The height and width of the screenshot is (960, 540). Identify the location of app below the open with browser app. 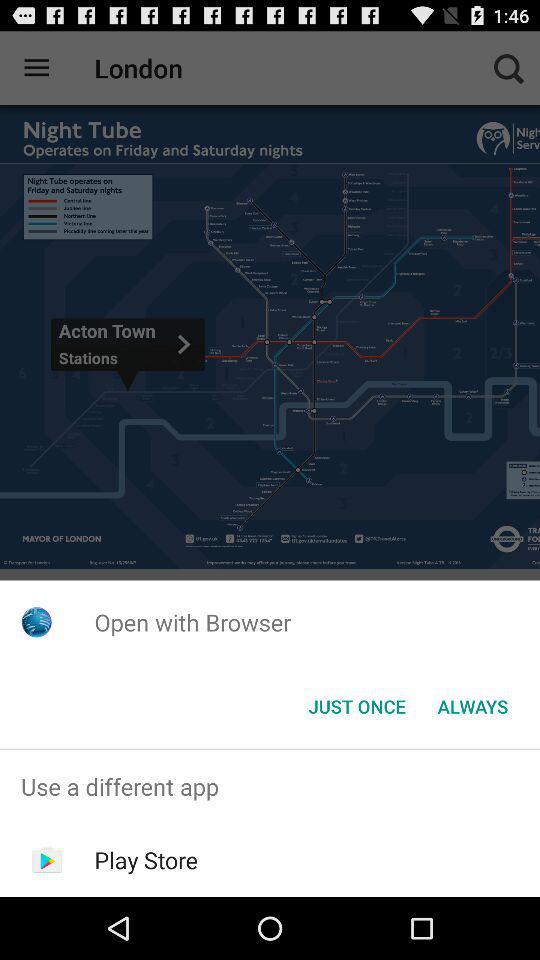
(356, 706).